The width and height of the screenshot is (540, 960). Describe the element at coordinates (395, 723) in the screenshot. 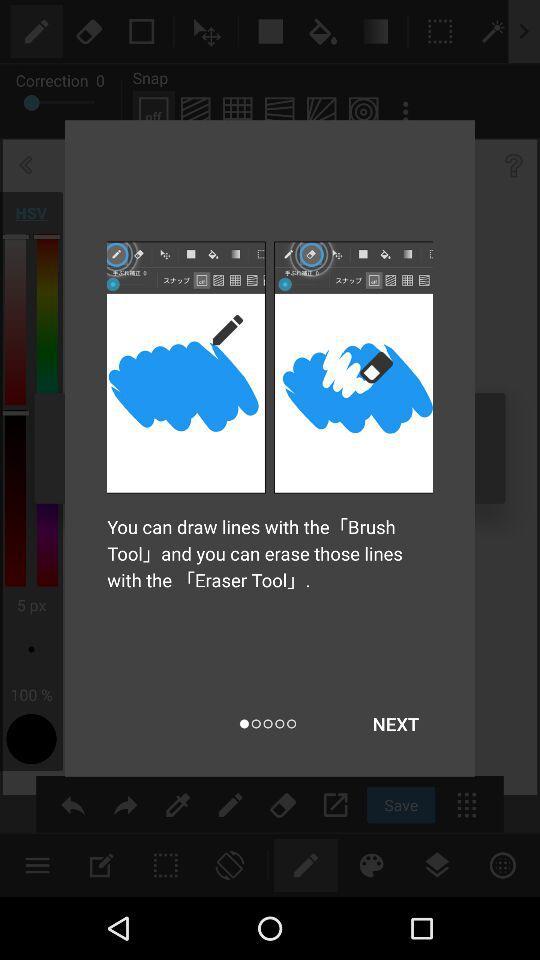

I see `the icon at the bottom right corner` at that location.